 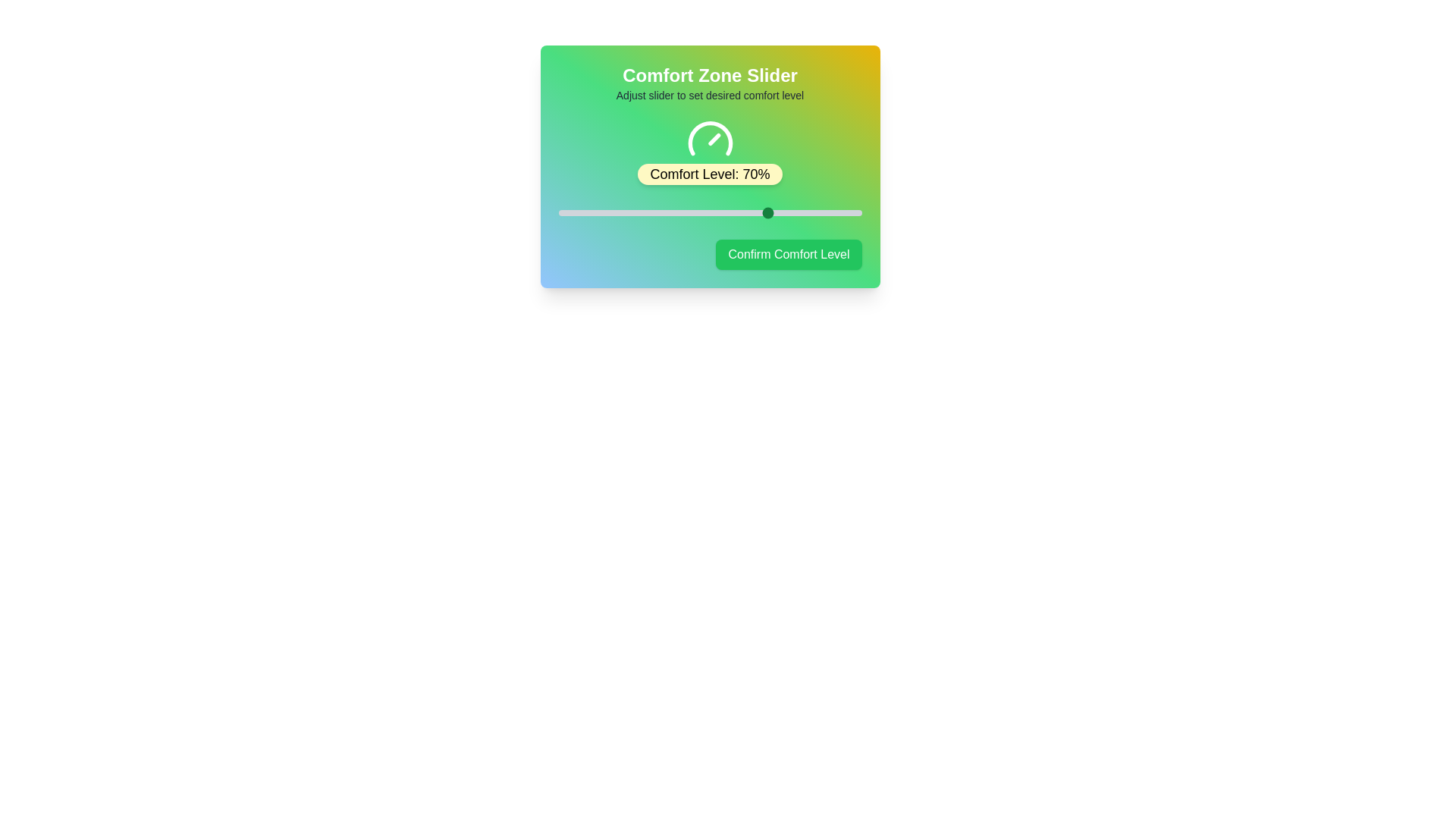 What do you see at coordinates (597, 213) in the screenshot?
I see `the slider to set the comfort level to 13` at bounding box center [597, 213].